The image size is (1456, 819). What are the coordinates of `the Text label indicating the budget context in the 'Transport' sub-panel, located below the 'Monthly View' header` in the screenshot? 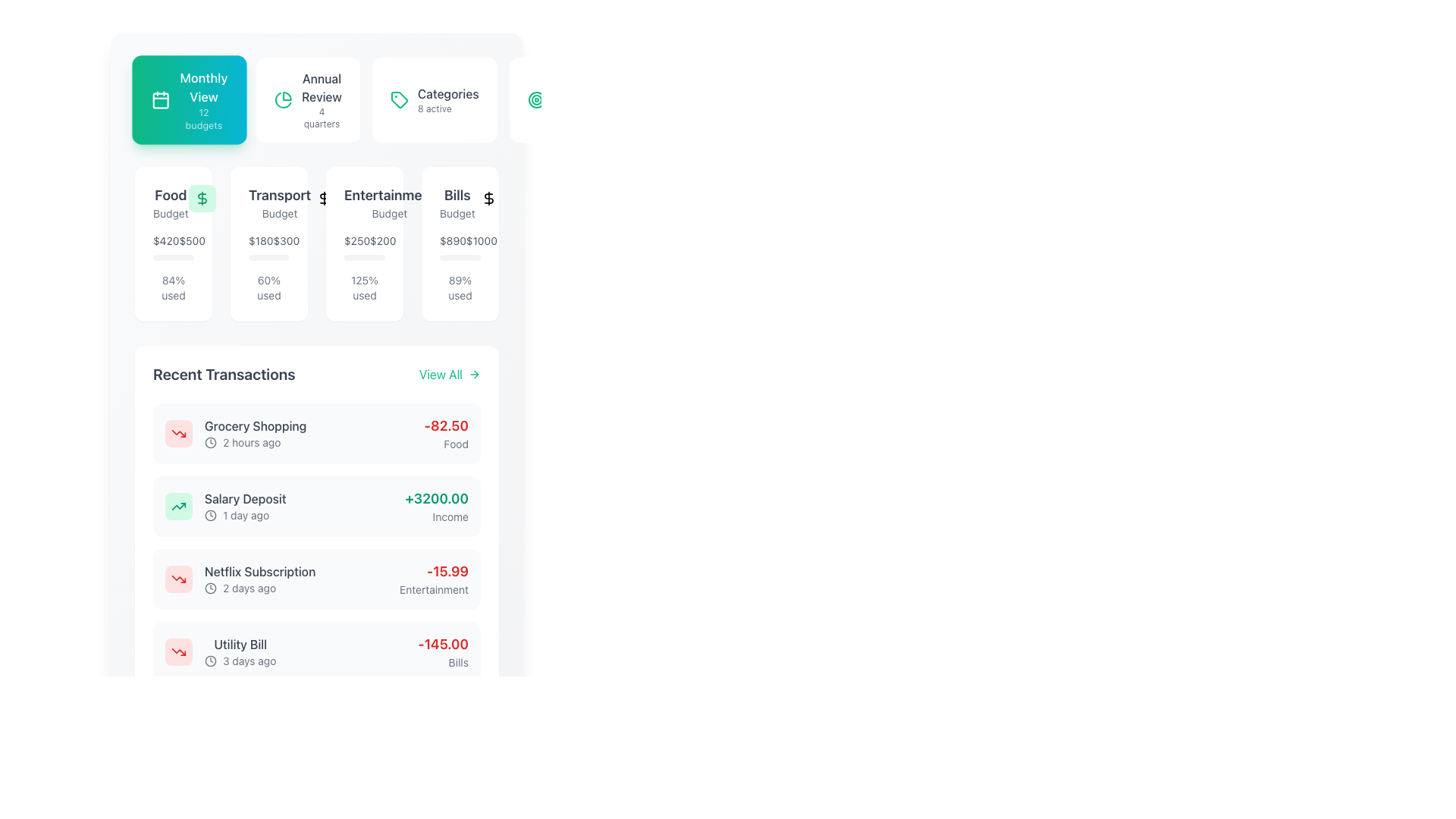 It's located at (280, 213).